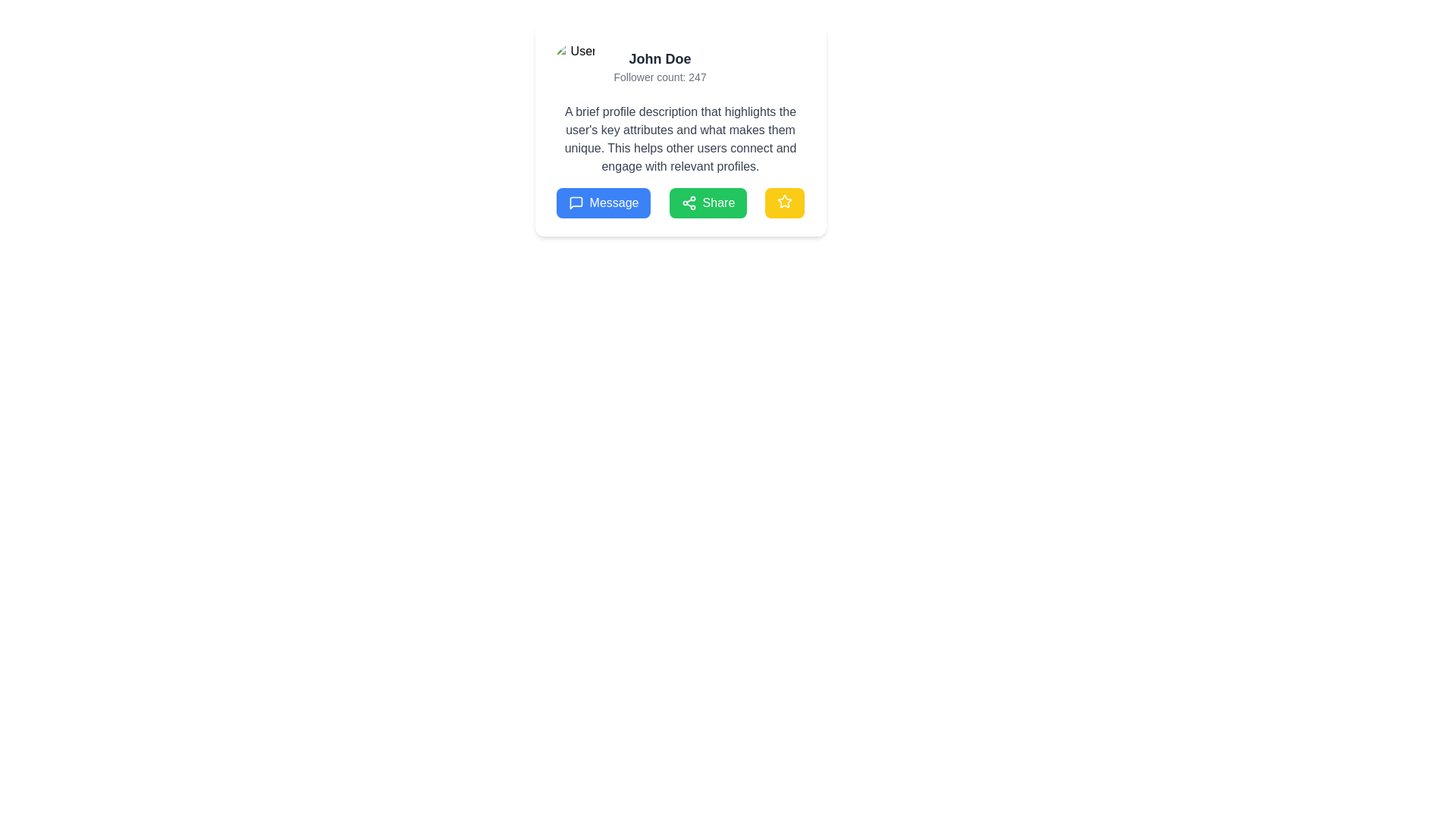 This screenshot has width=1456, height=819. What do you see at coordinates (785, 201) in the screenshot?
I see `the star-shaped icon, which is the central visual component of the third button in a group of three buttons at the bottom of the user profile information card` at bounding box center [785, 201].